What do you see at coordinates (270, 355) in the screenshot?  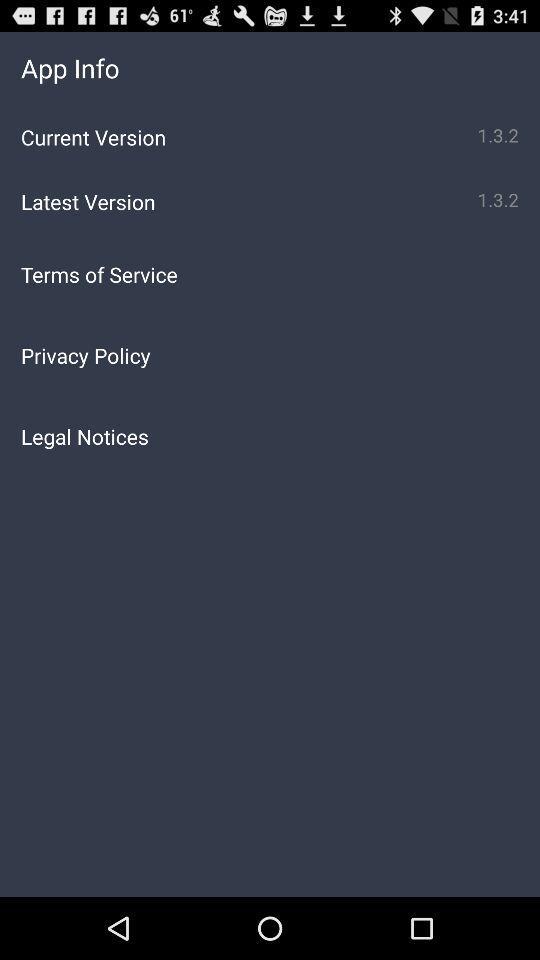 I see `the privacy policy icon` at bounding box center [270, 355].